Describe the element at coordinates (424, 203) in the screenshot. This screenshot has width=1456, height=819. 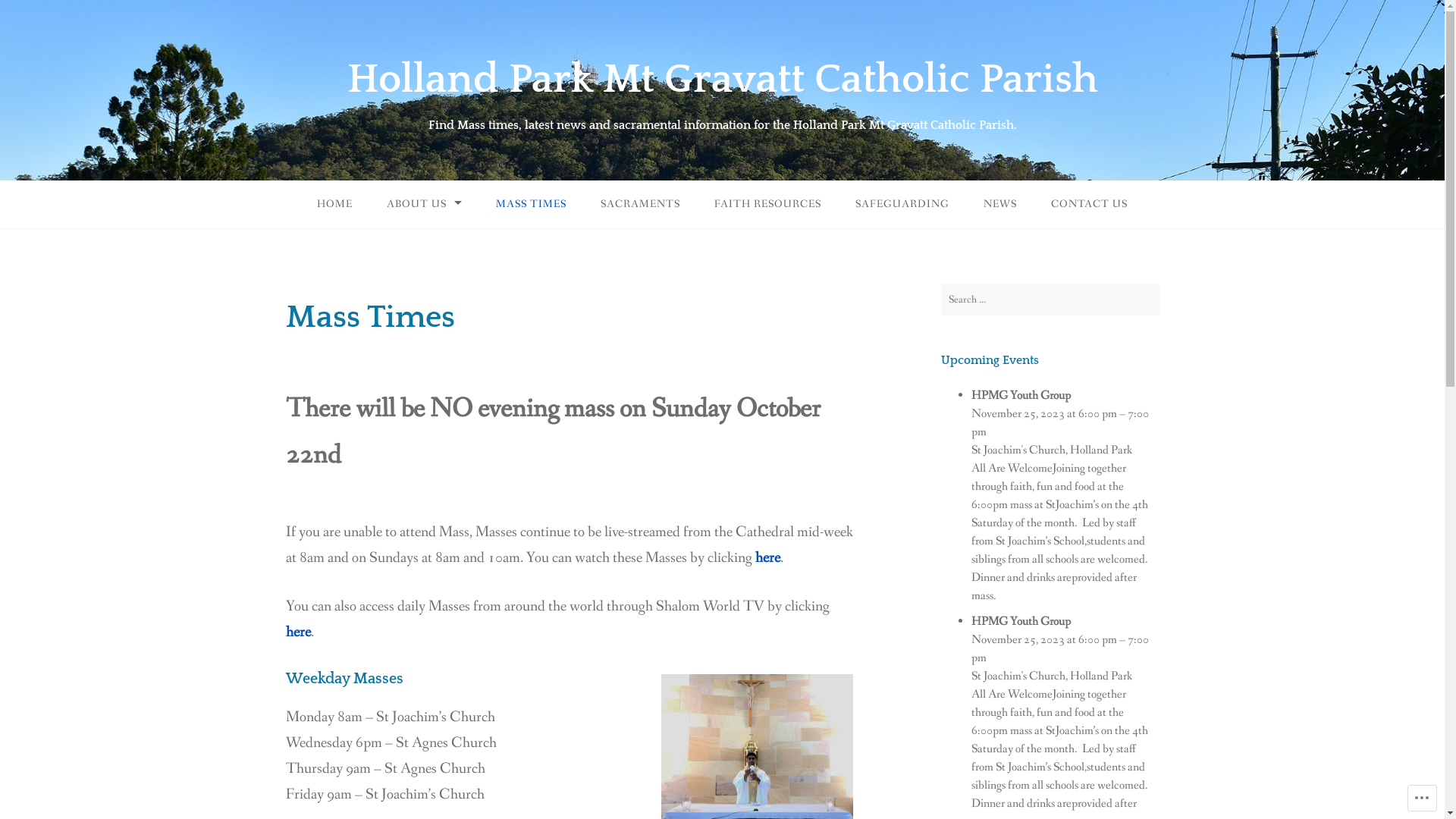
I see `'ABOUT US'` at that location.